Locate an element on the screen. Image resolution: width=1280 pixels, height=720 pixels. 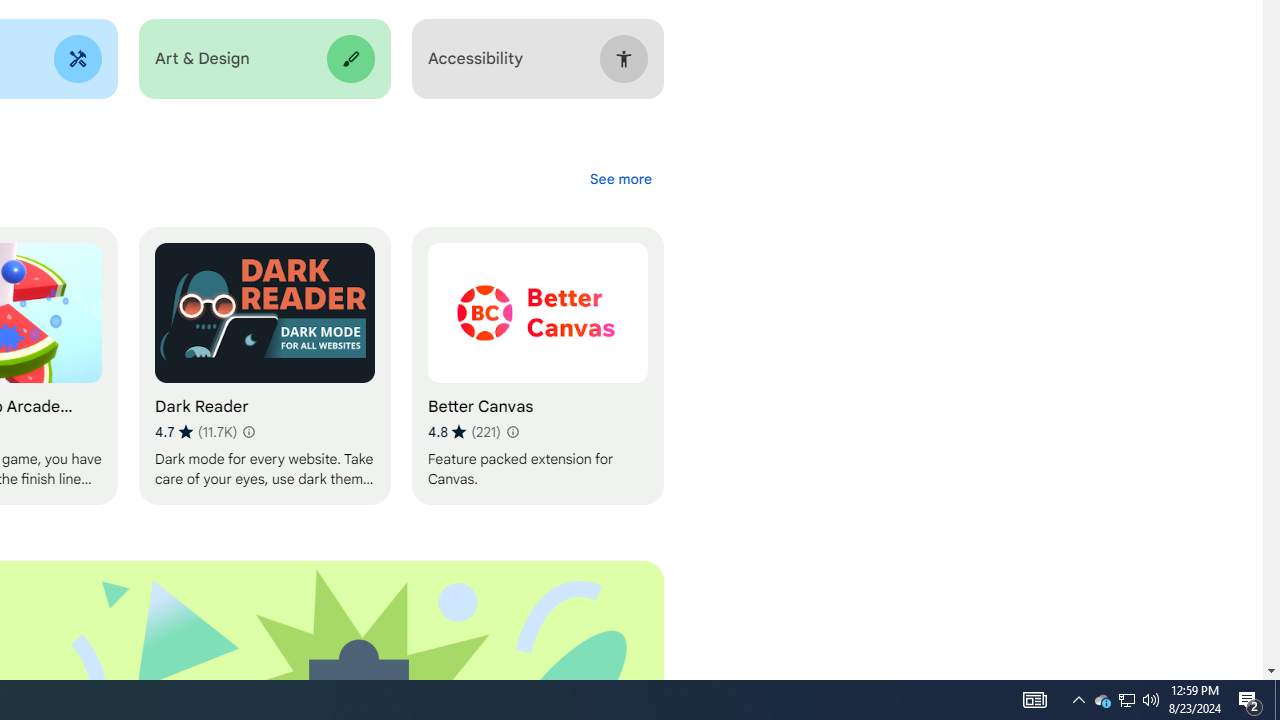
'Average rating 4.7 out of 5 stars. 11.7K ratings.' is located at coordinates (195, 431).